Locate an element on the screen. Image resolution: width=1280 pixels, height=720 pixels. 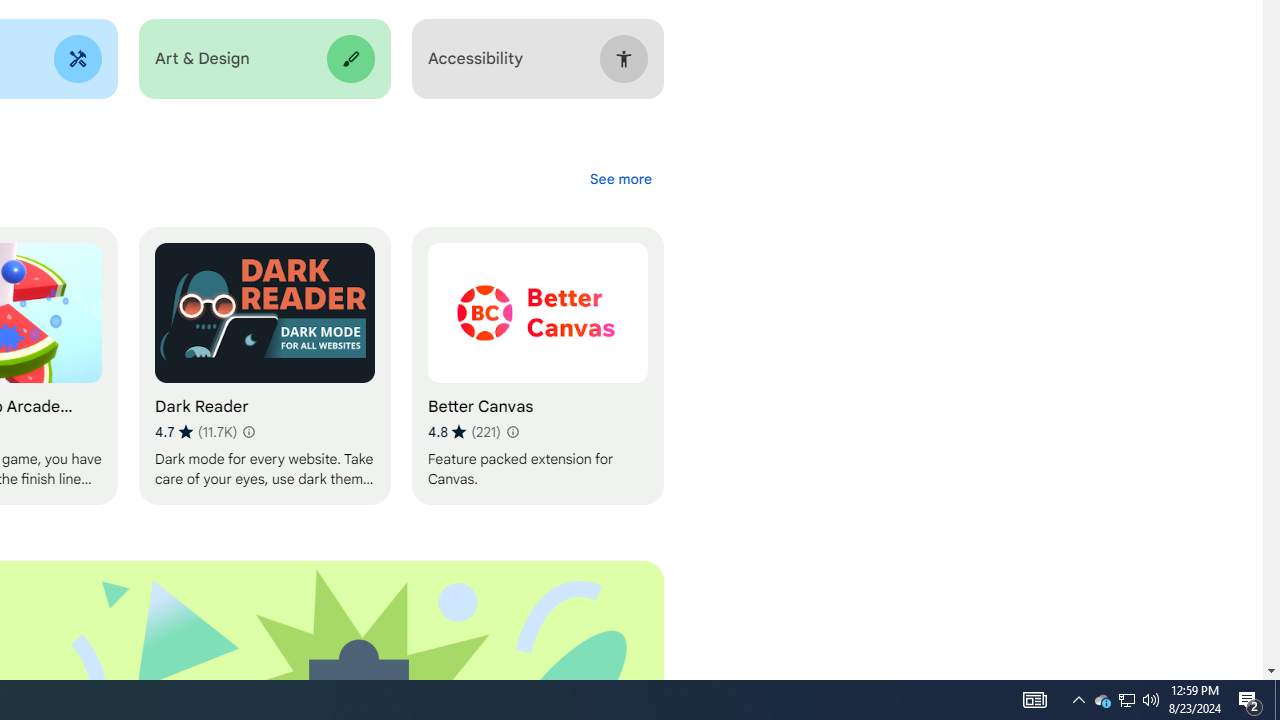
'Average rating 4.7 out of 5 stars. 11.7K ratings.' is located at coordinates (195, 431).